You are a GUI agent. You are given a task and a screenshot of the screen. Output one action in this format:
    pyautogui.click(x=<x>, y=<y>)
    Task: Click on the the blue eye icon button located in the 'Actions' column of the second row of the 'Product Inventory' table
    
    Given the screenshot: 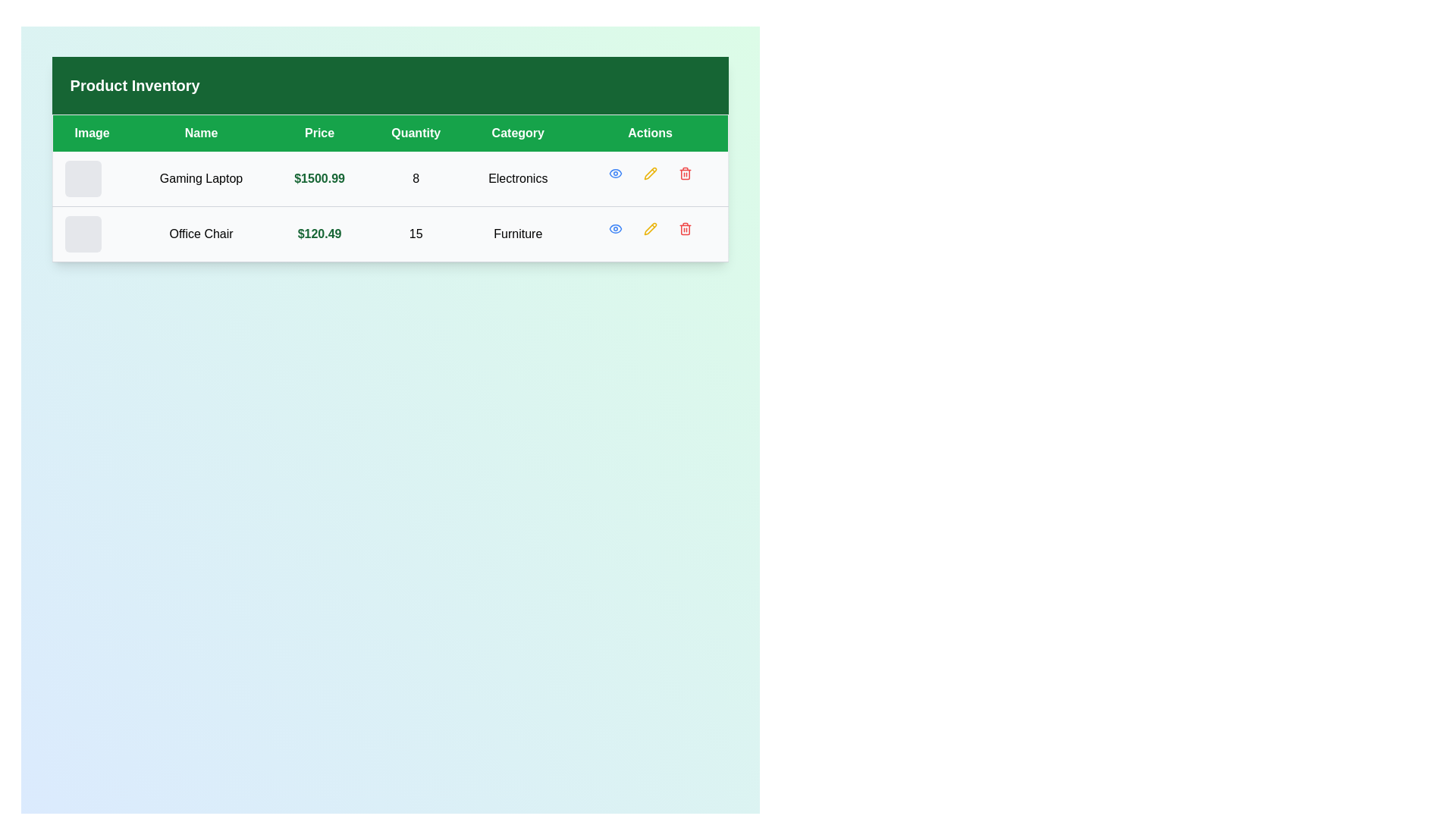 What is the action you would take?
    pyautogui.click(x=615, y=172)
    